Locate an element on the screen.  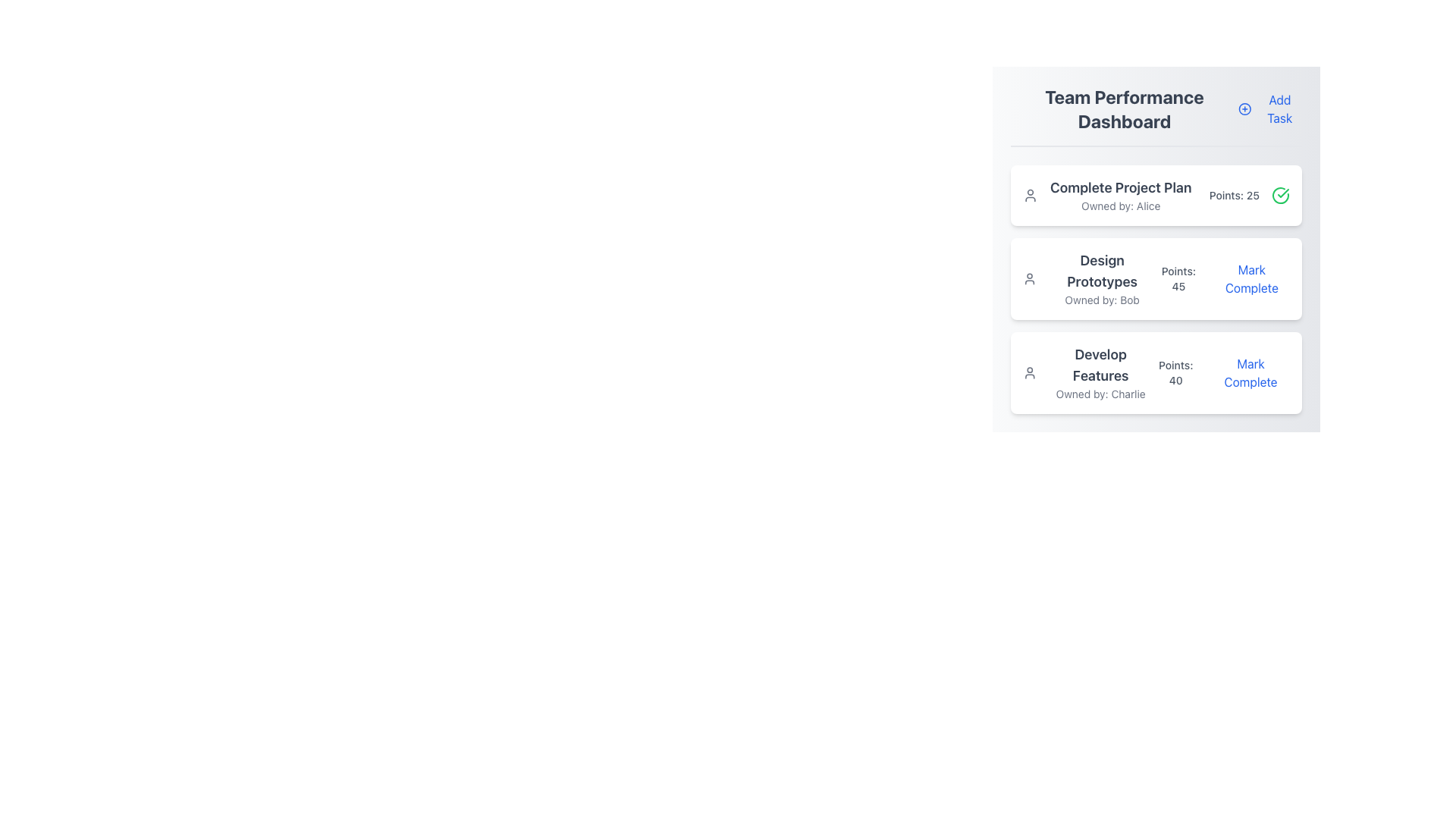
the bold, dark gray text element labeled 'Complete Project Plan' at the top of the task list in the 'Team Performance Dashboard' is located at coordinates (1121, 187).